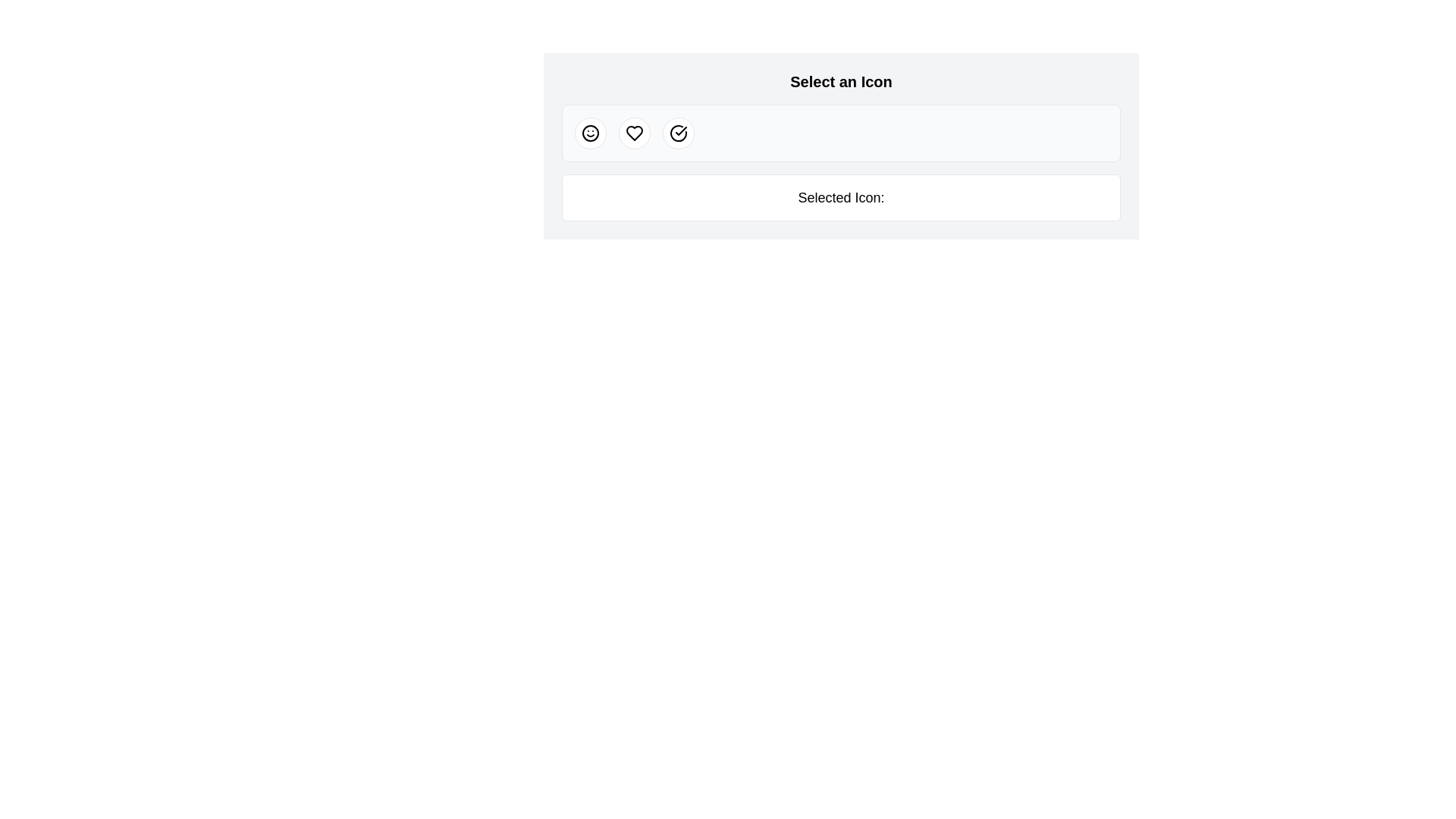 This screenshot has height=819, width=1456. Describe the element at coordinates (634, 133) in the screenshot. I see `the heart-shaped outline icon, which is the second icon from the left among three horizontally aligned icons` at that location.